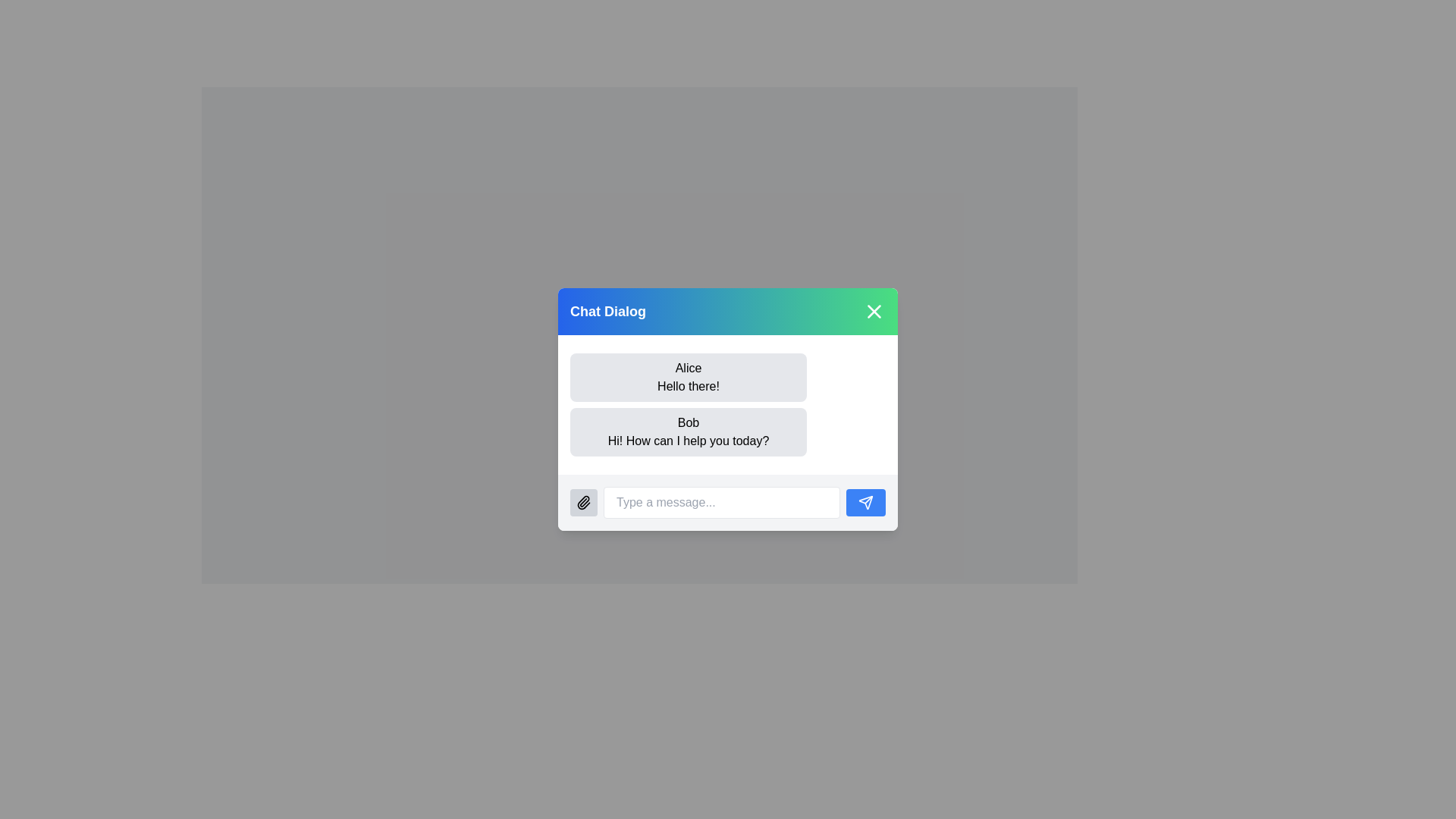  Describe the element at coordinates (866, 503) in the screenshot. I see `the paper plane icon with a blue background and white outline strokes located at the bottom right corner of the dialog interface to send a message` at that location.